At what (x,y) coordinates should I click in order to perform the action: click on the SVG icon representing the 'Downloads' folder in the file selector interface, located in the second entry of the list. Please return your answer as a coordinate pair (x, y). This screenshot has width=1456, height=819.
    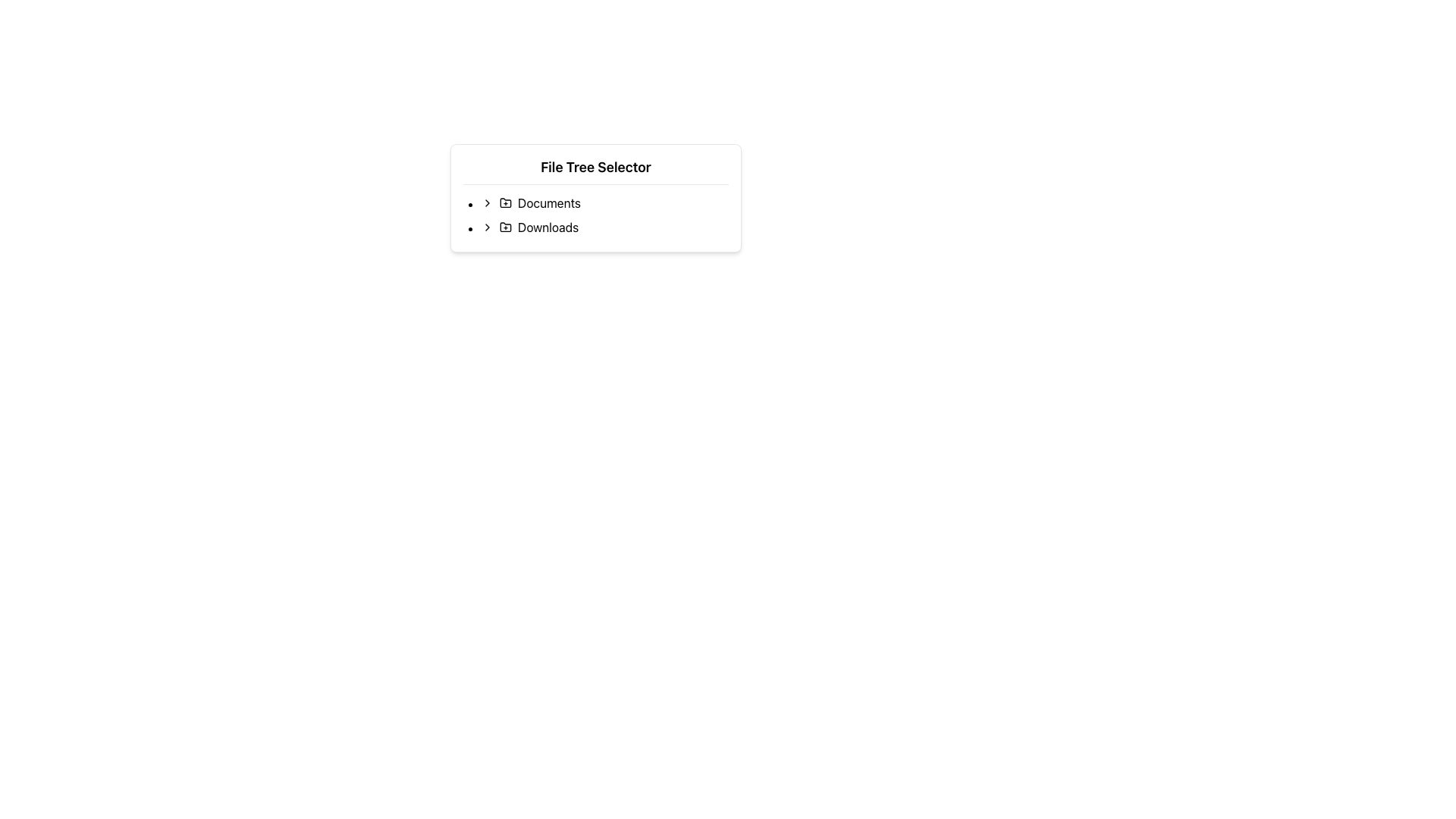
    Looking at the image, I should click on (506, 227).